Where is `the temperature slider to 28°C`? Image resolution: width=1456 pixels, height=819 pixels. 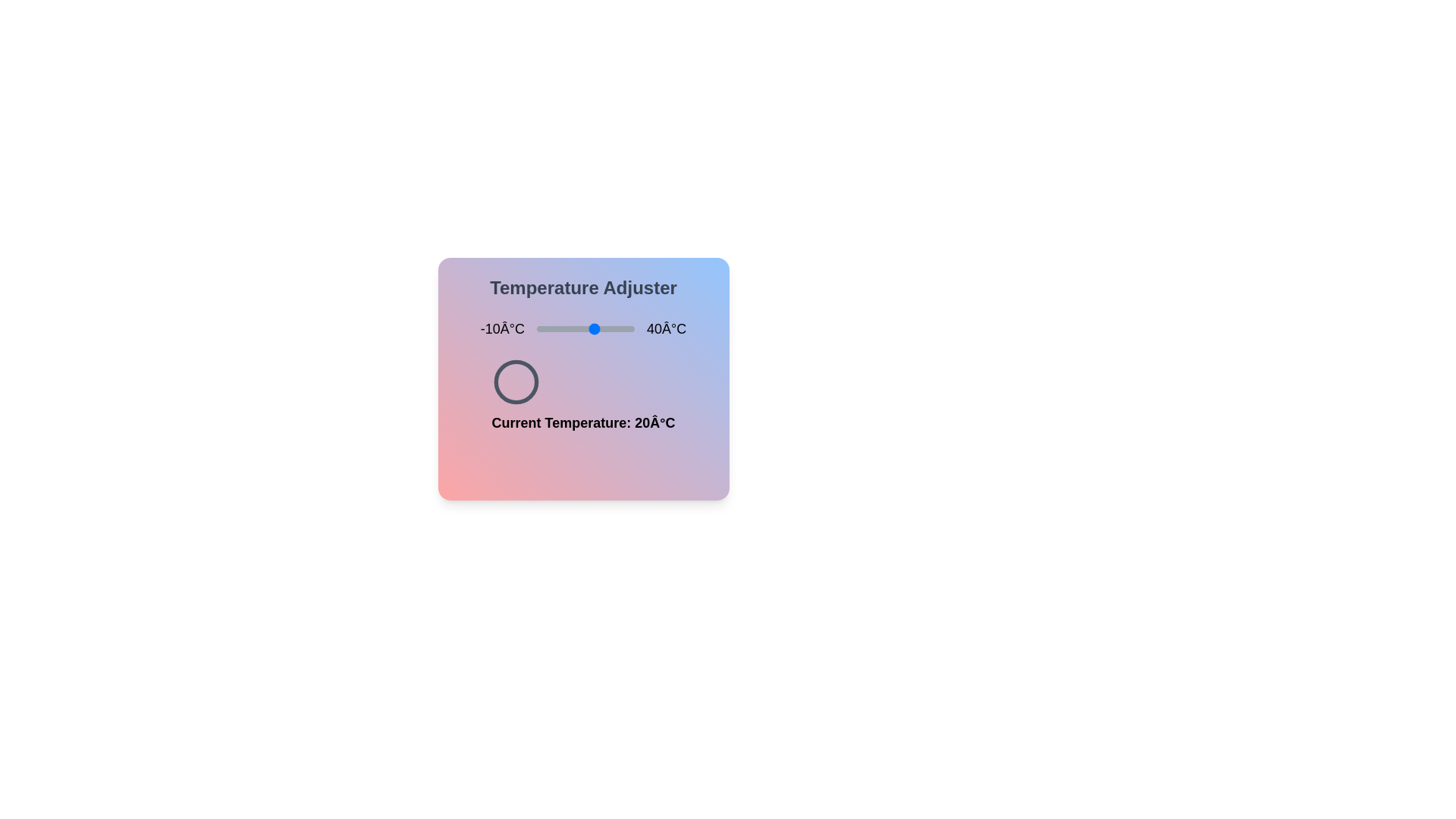 the temperature slider to 28°C is located at coordinates (611, 328).